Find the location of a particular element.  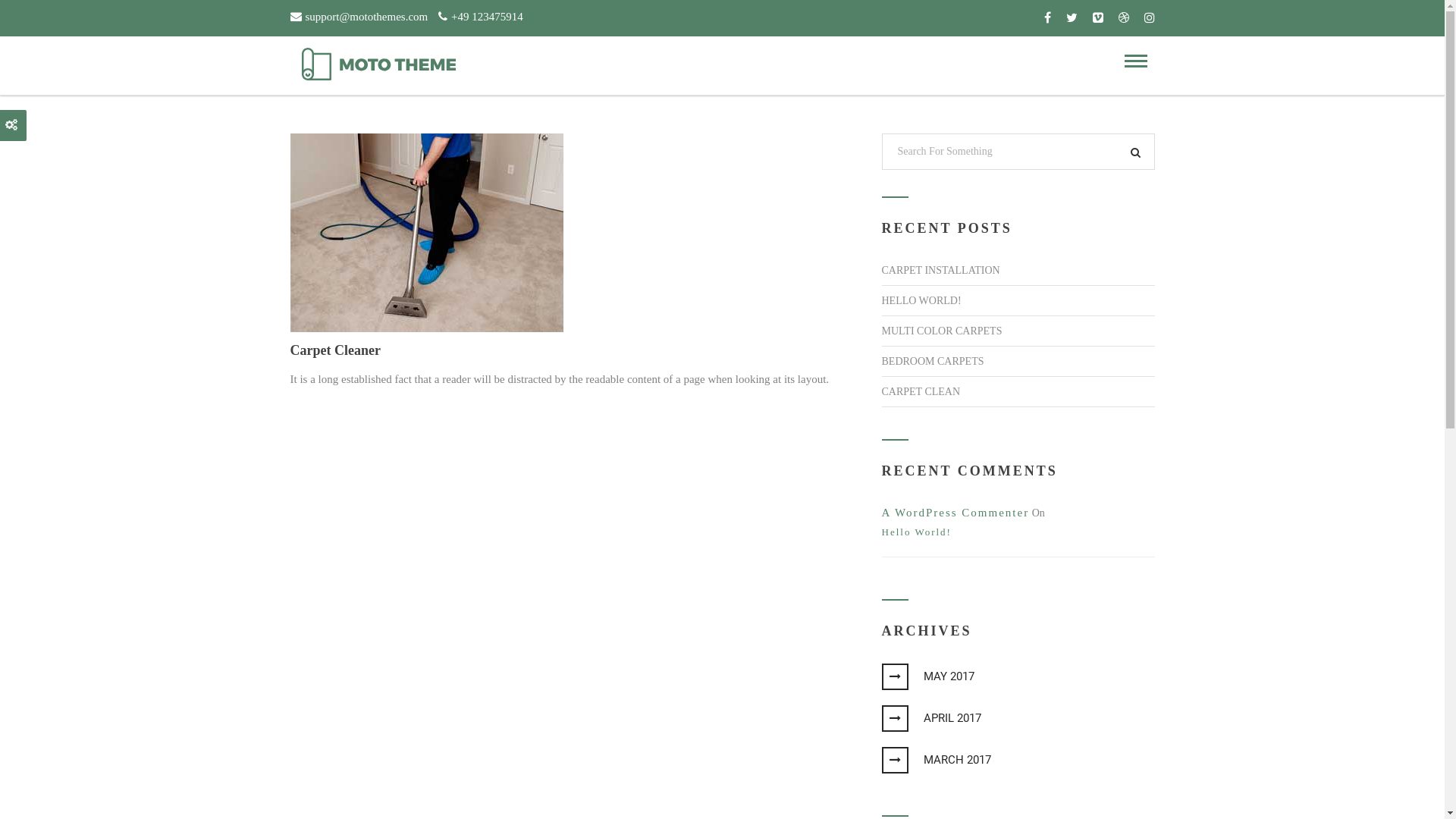

'APRIL 2017' is located at coordinates (896, 717).